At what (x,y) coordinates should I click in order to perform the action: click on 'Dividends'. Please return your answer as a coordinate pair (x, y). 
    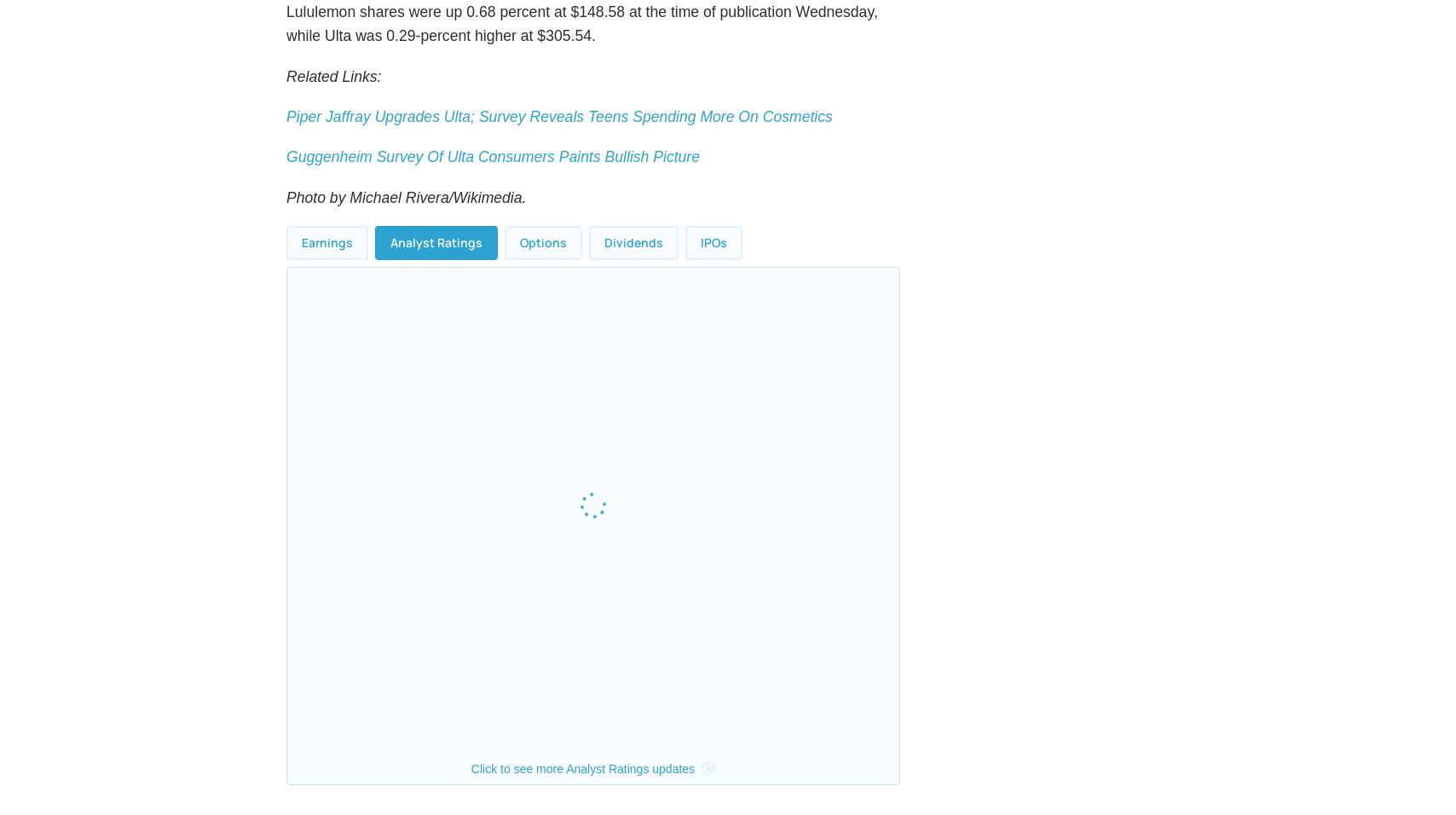
    Looking at the image, I should click on (633, 282).